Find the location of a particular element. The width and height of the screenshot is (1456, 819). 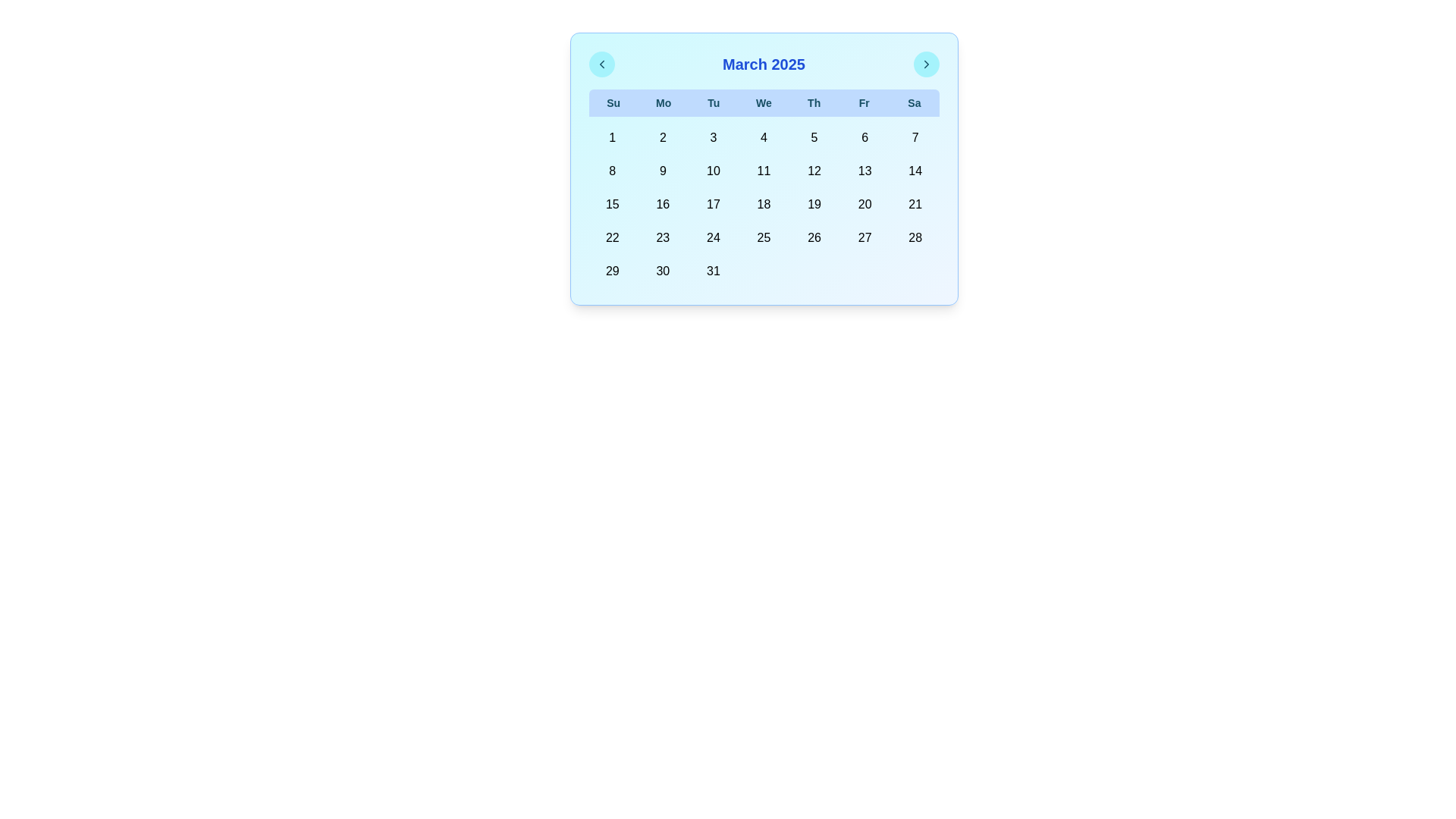

a day in the interactive calendar grid for March 2025 is located at coordinates (764, 205).